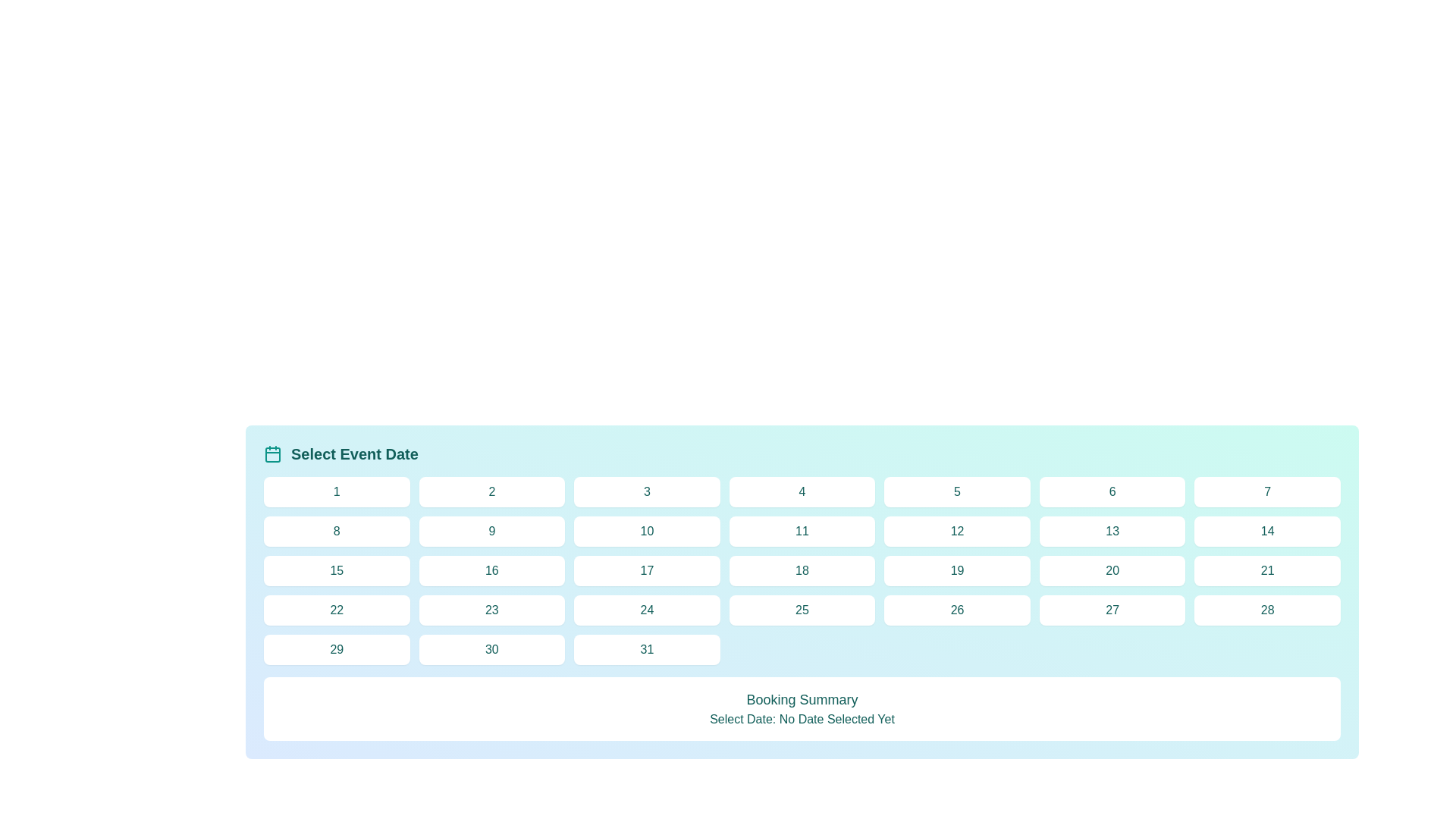 The height and width of the screenshot is (819, 1456). I want to click on the rectangular button with rounded corners labeled '11', located in the second row and fourth column of the calendar interface, so click(801, 531).